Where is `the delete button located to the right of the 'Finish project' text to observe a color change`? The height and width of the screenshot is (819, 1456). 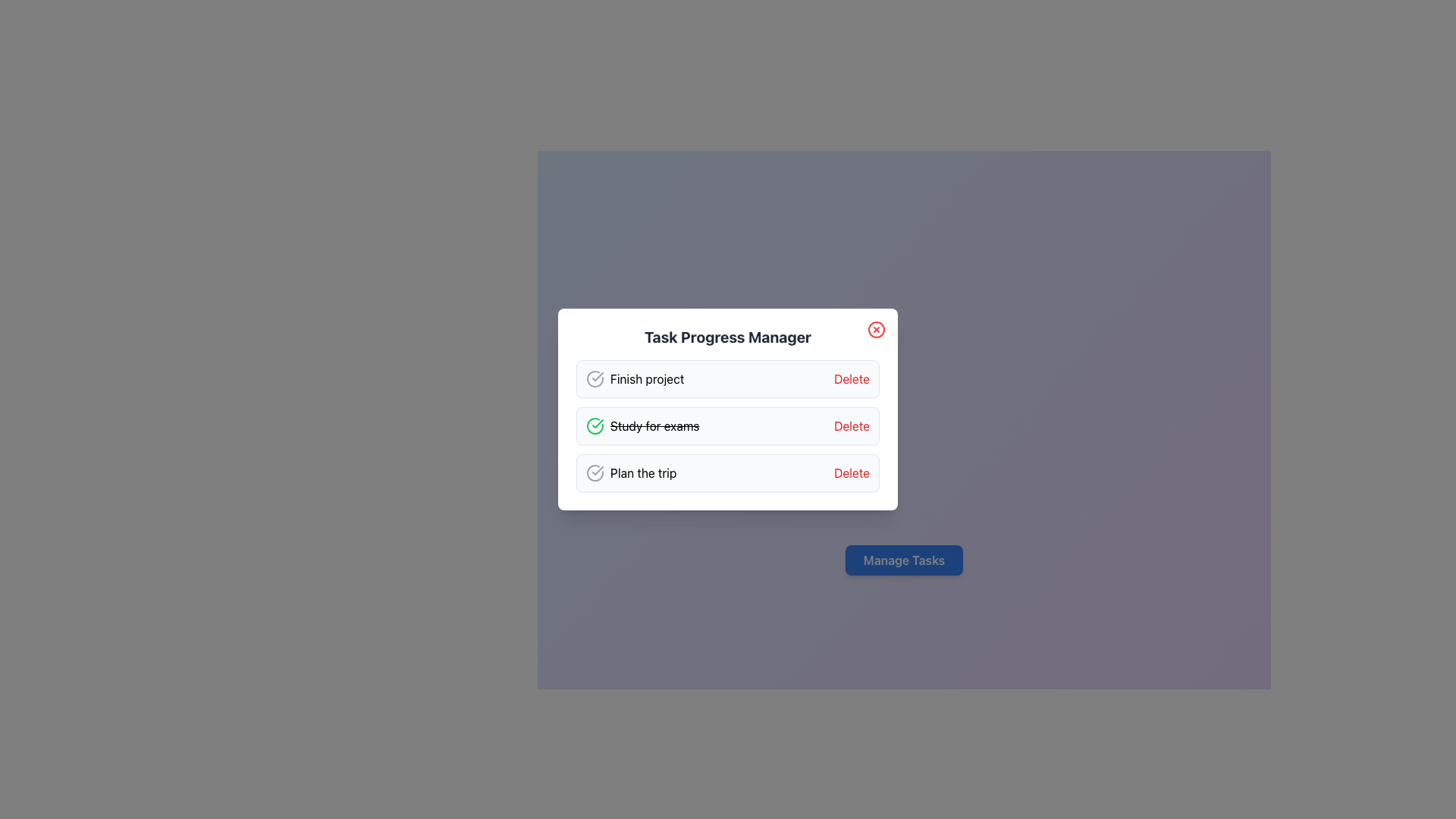 the delete button located to the right of the 'Finish project' text to observe a color change is located at coordinates (852, 378).